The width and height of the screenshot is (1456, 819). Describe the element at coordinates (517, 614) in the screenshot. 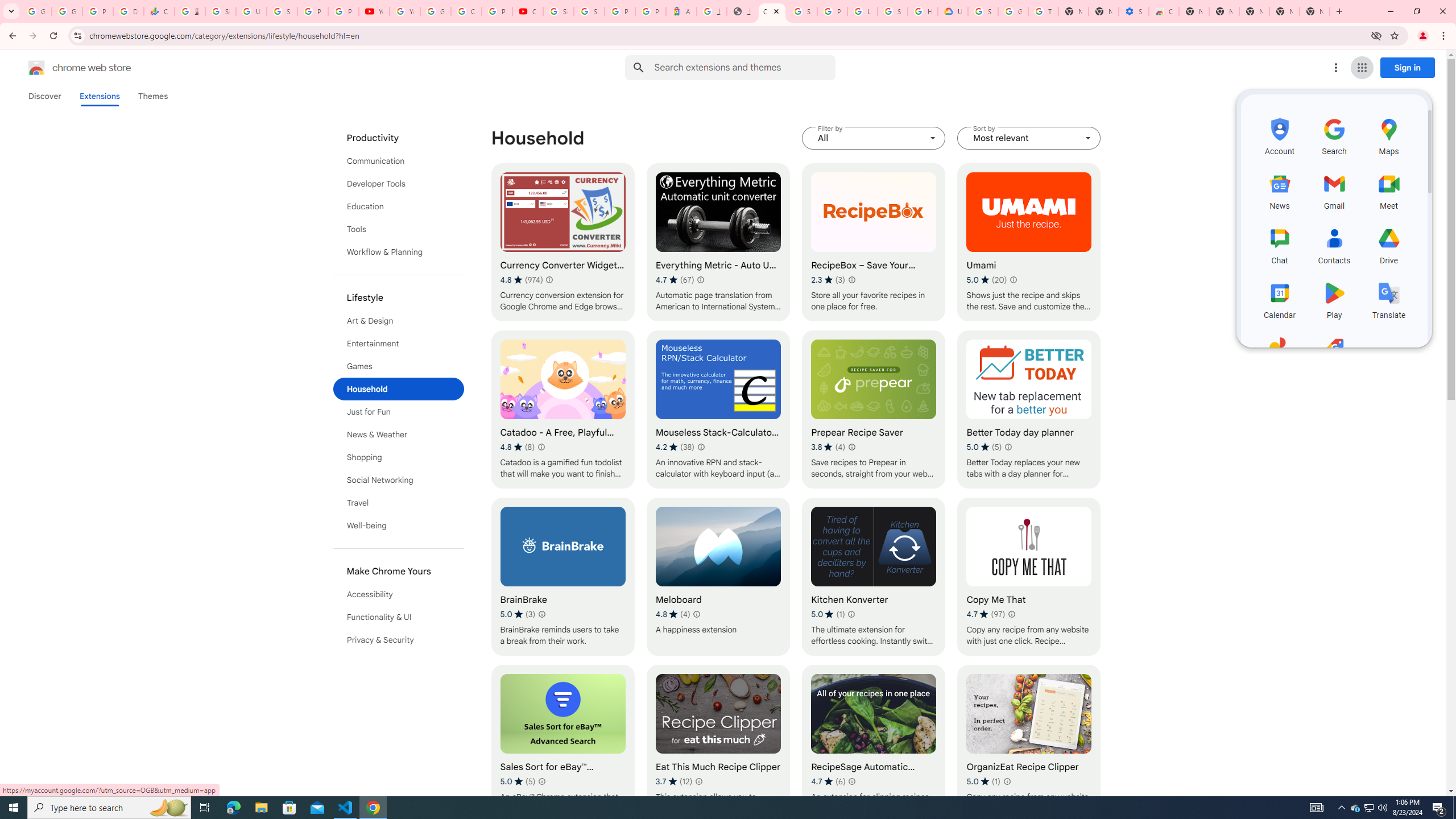

I see `'Average rating 5 out of 5 stars. 3 ratings.'` at that location.